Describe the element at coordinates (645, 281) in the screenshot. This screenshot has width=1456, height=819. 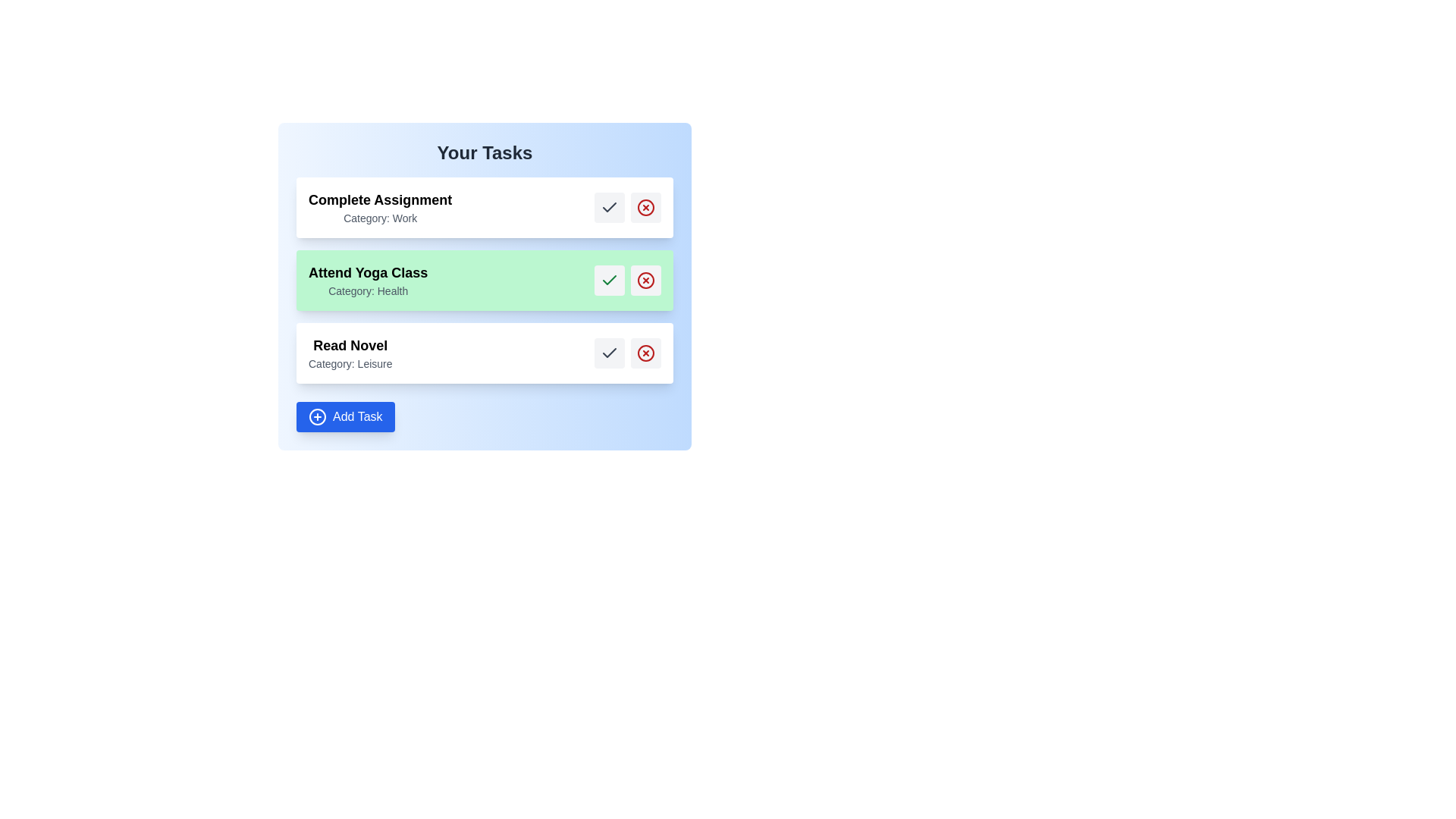
I see `the task titled Attend Yoga Class by clicking the red 'X' button next to it` at that location.